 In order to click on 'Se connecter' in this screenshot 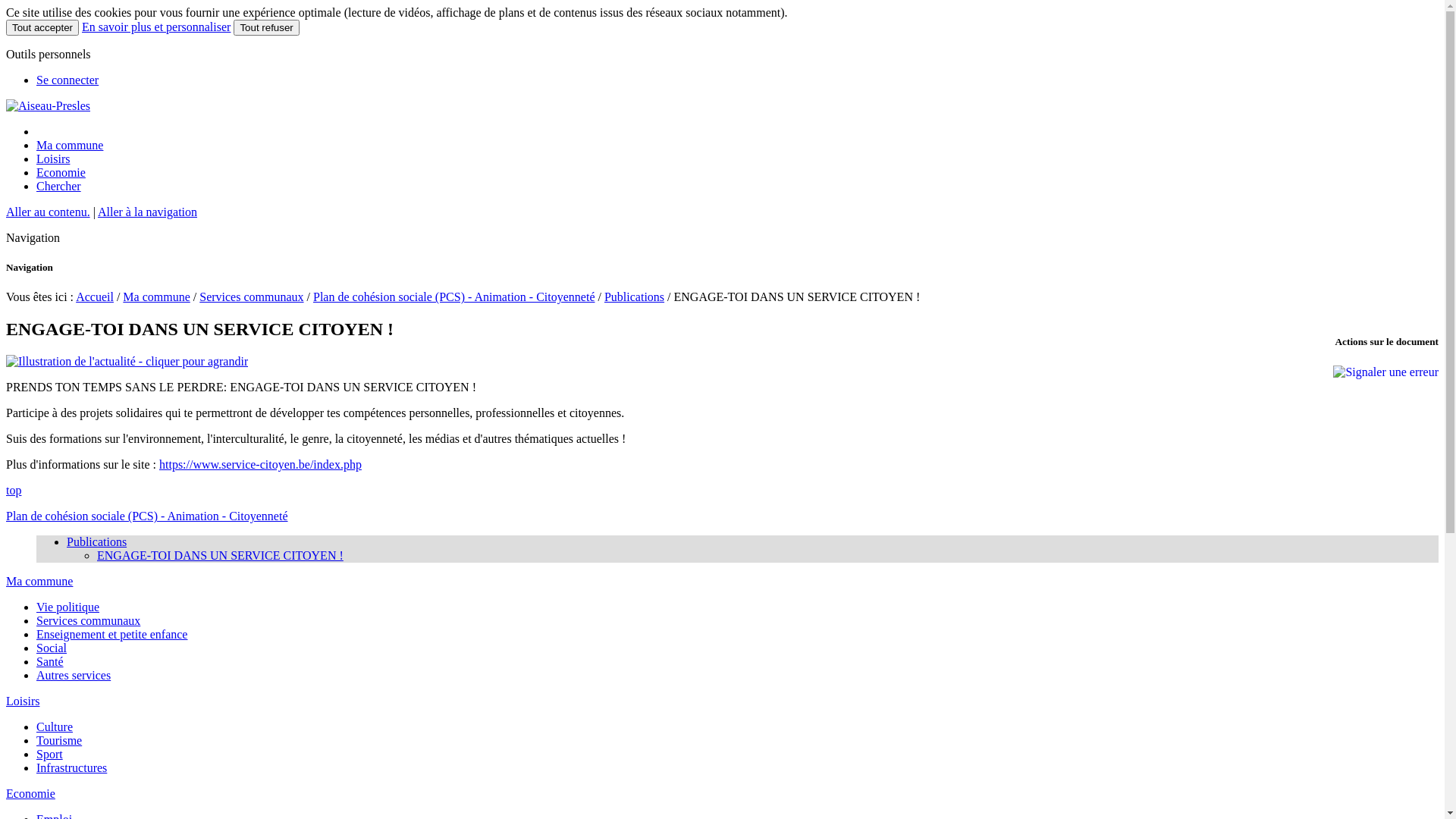, I will do `click(67, 80)`.